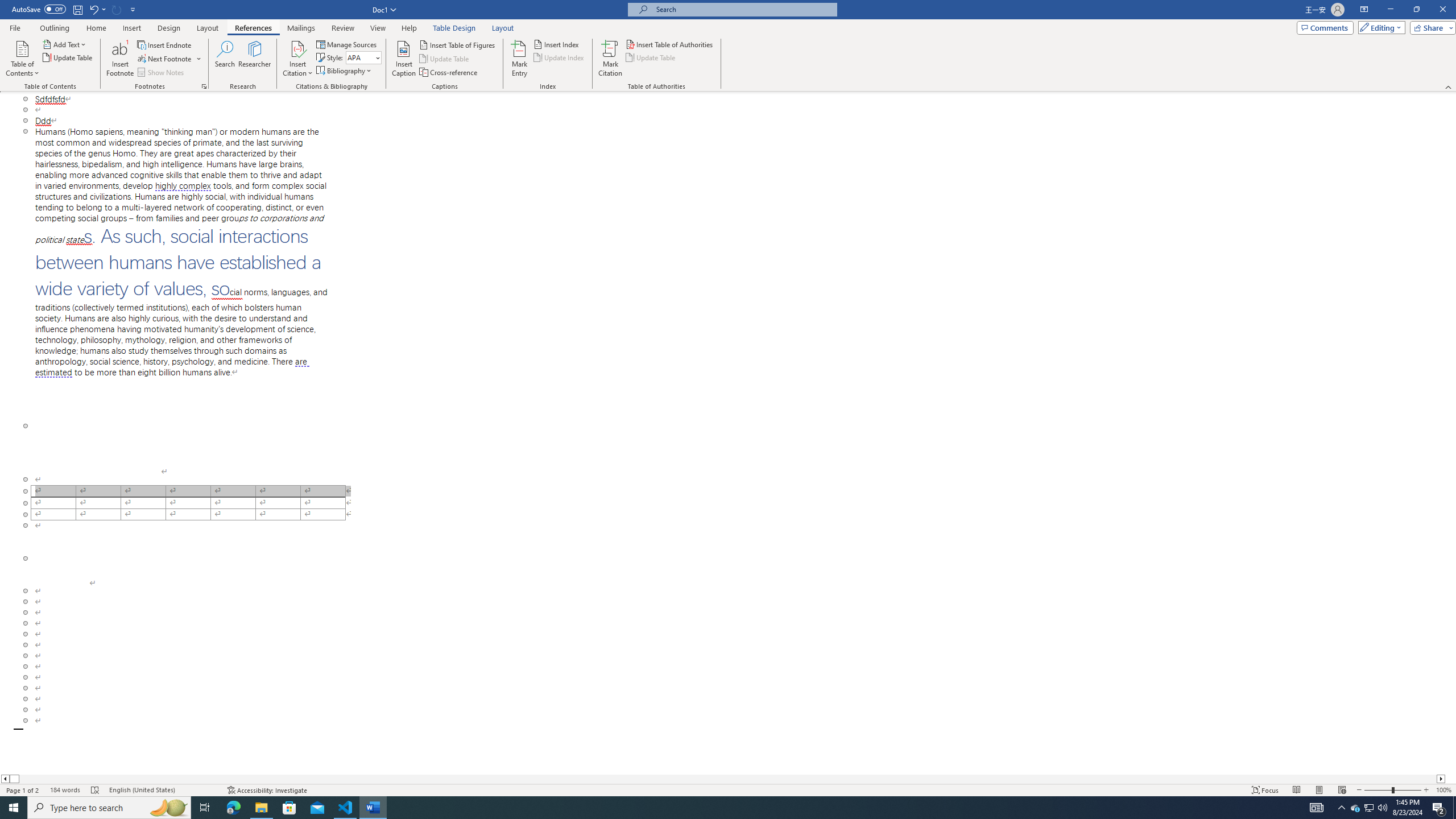 This screenshot has width=1456, height=819. I want to click on 'Word Count 184 words', so click(64, 790).